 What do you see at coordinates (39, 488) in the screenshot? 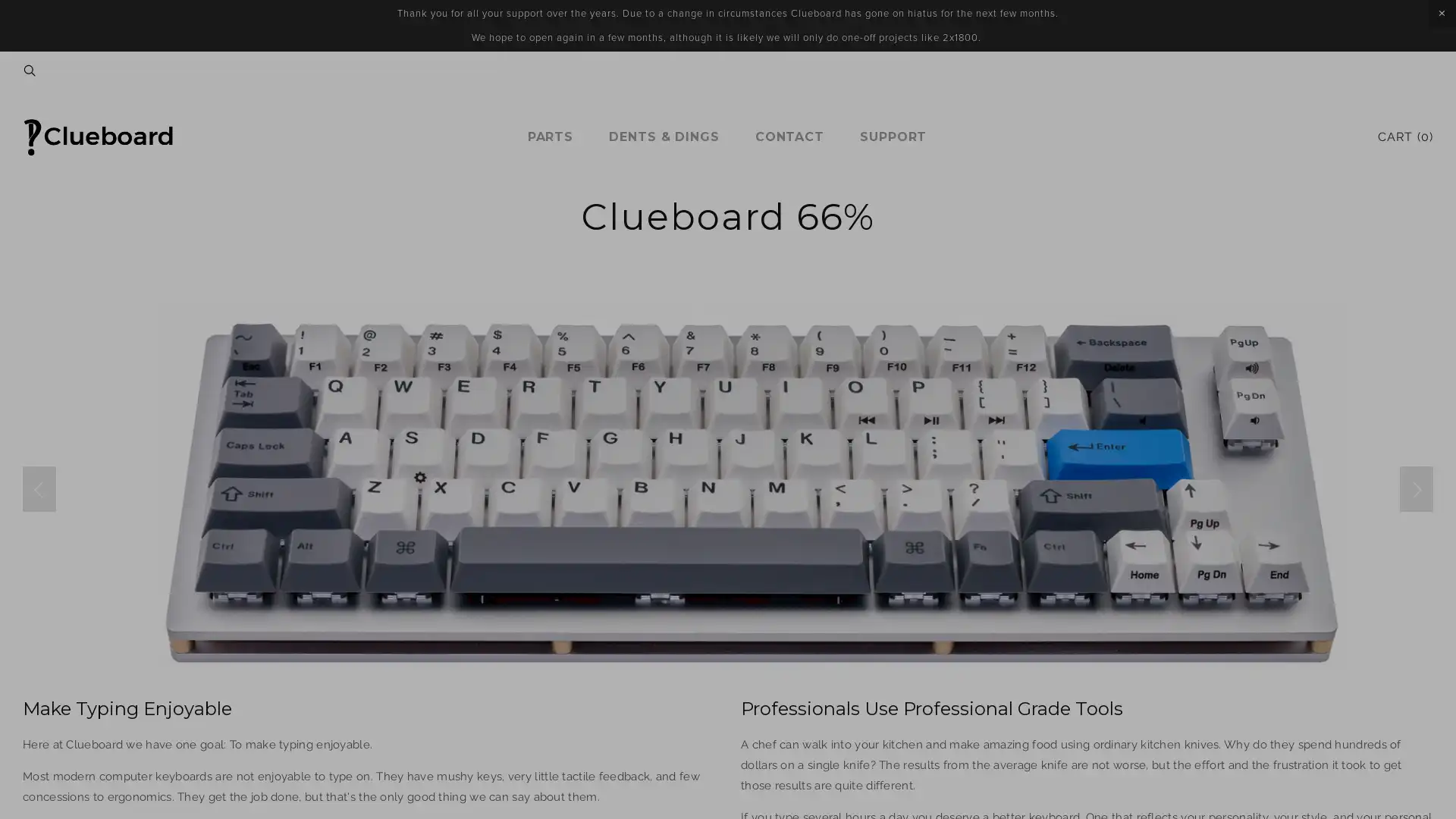
I see `Previous Slide` at bounding box center [39, 488].